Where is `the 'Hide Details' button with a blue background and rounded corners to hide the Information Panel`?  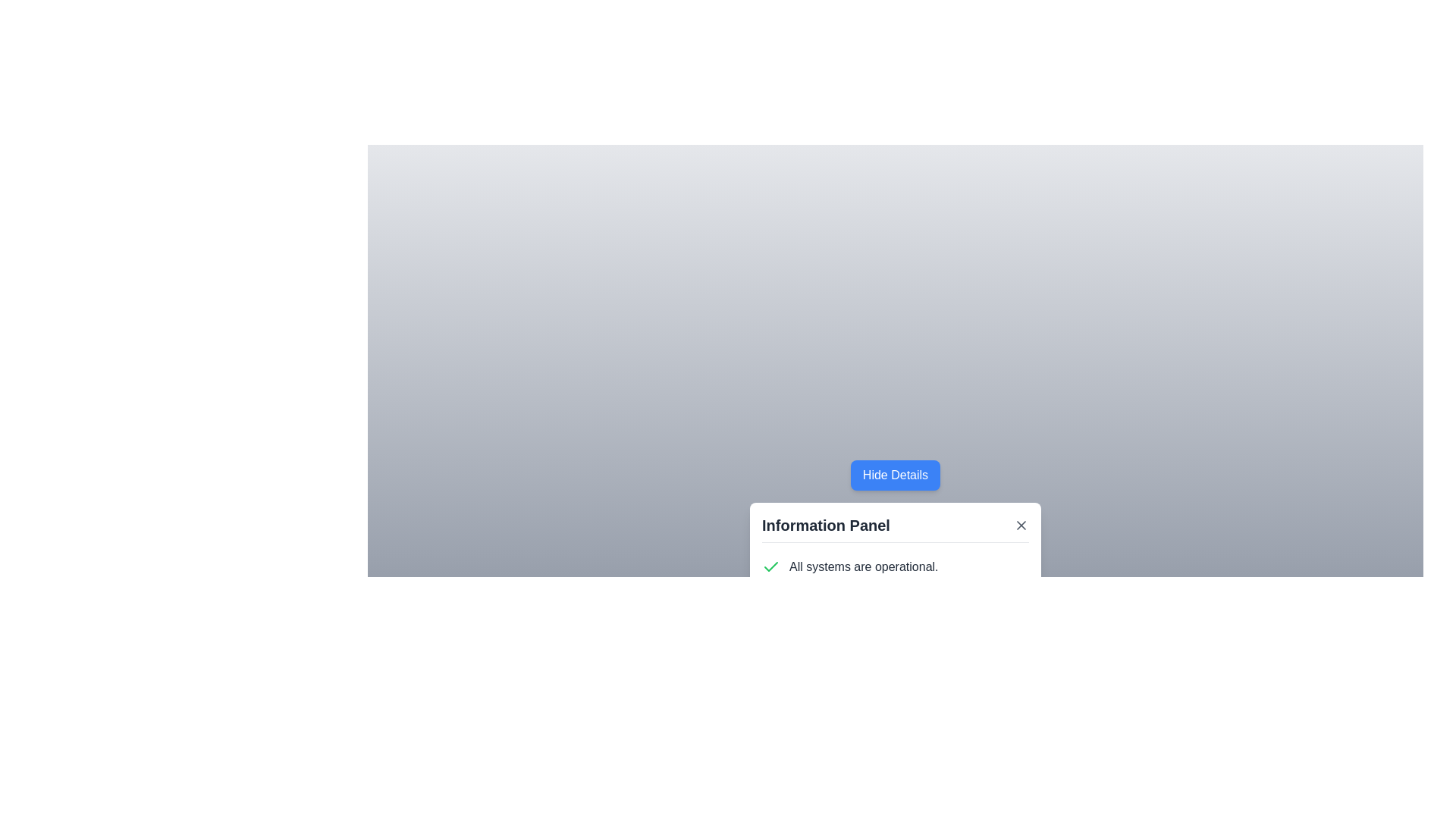
the 'Hide Details' button with a blue background and rounded corners to hide the Information Panel is located at coordinates (895, 474).